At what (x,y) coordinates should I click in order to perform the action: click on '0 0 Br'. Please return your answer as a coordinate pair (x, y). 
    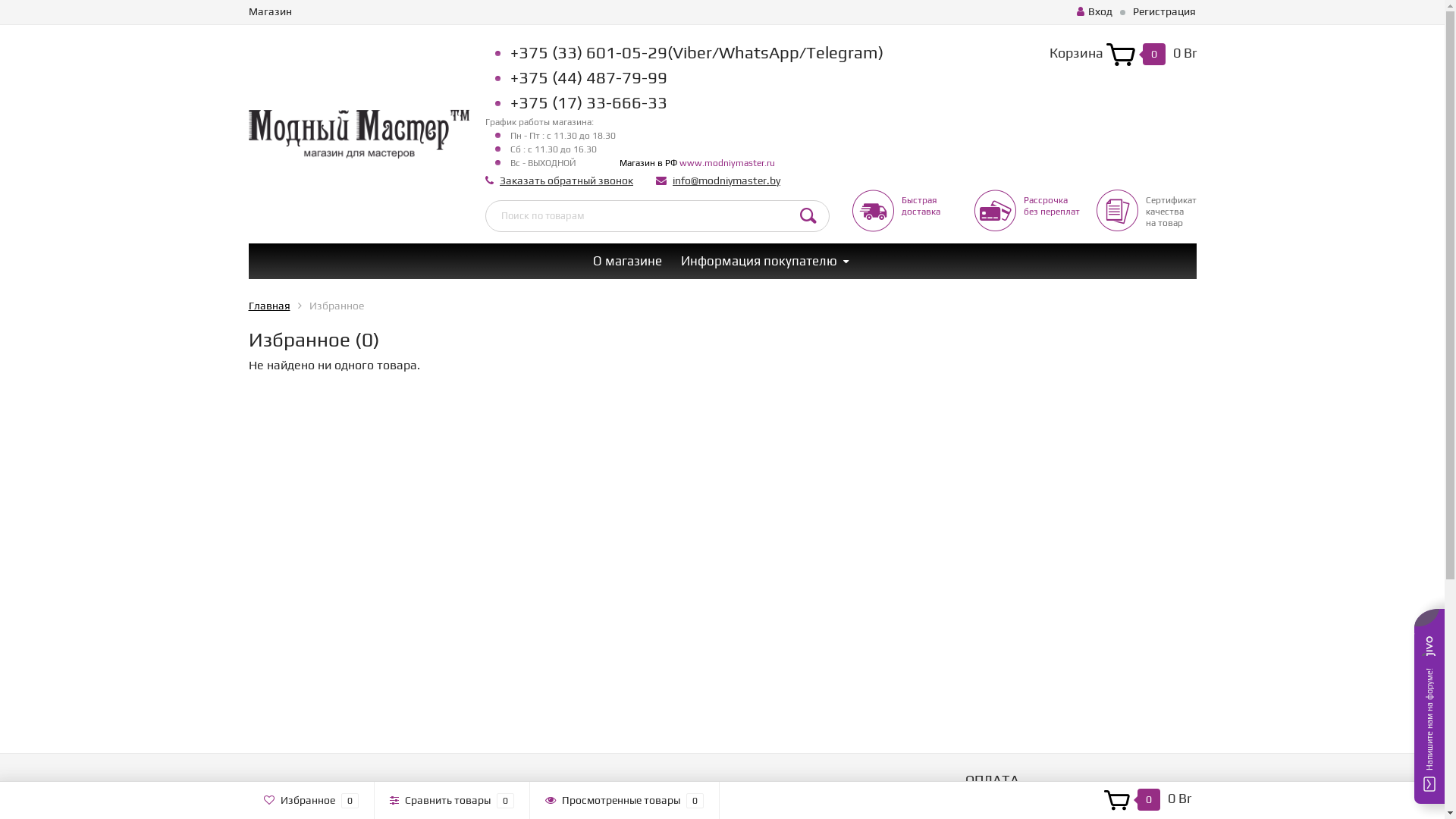
    Looking at the image, I should click on (1098, 799).